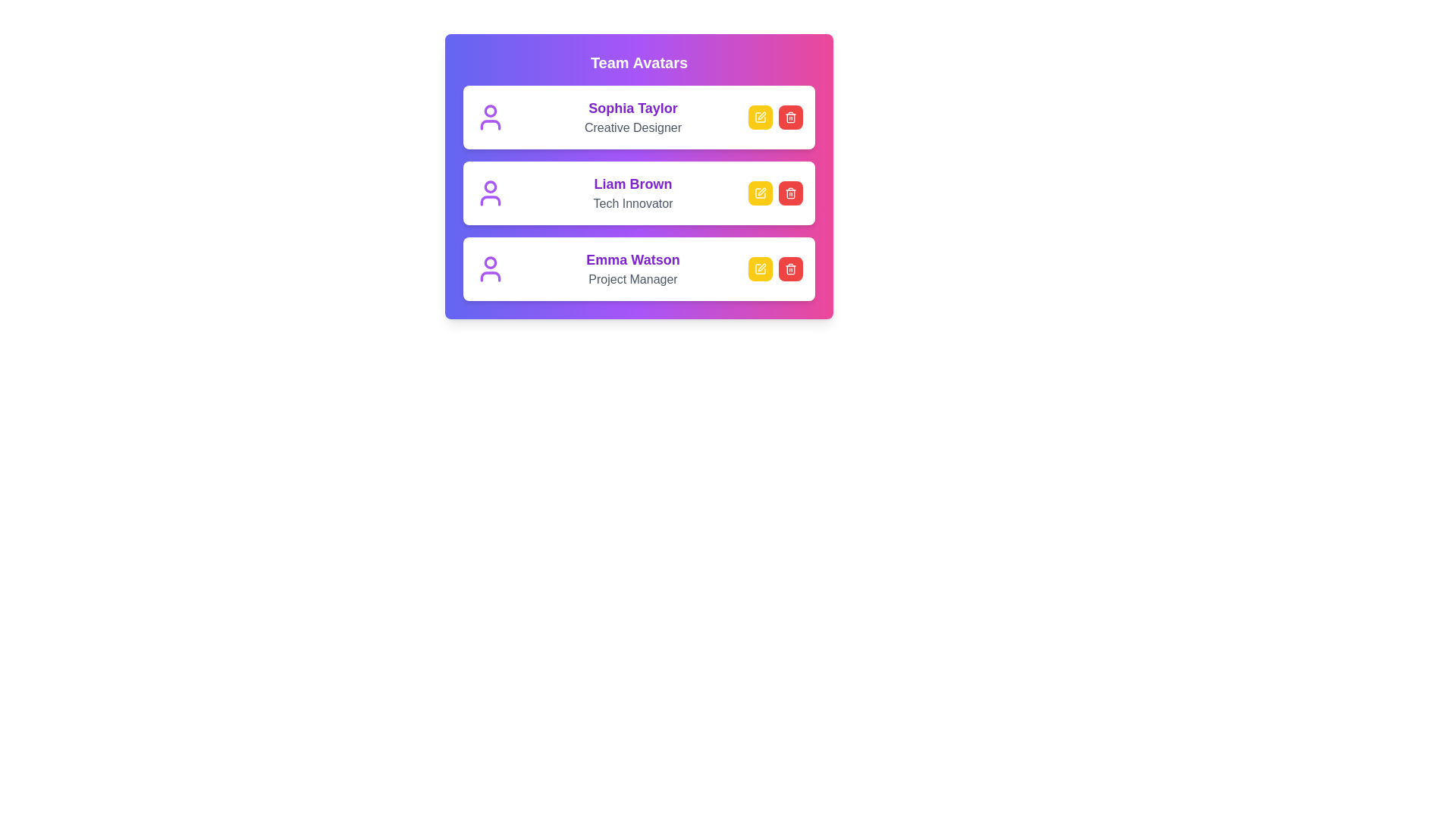 This screenshot has width=1456, height=819. I want to click on the 'Edit' button with an embedded icon for the 'Liam Brown' entry, which is the first icon inside the yellow button in the action set of the row, so click(761, 192).